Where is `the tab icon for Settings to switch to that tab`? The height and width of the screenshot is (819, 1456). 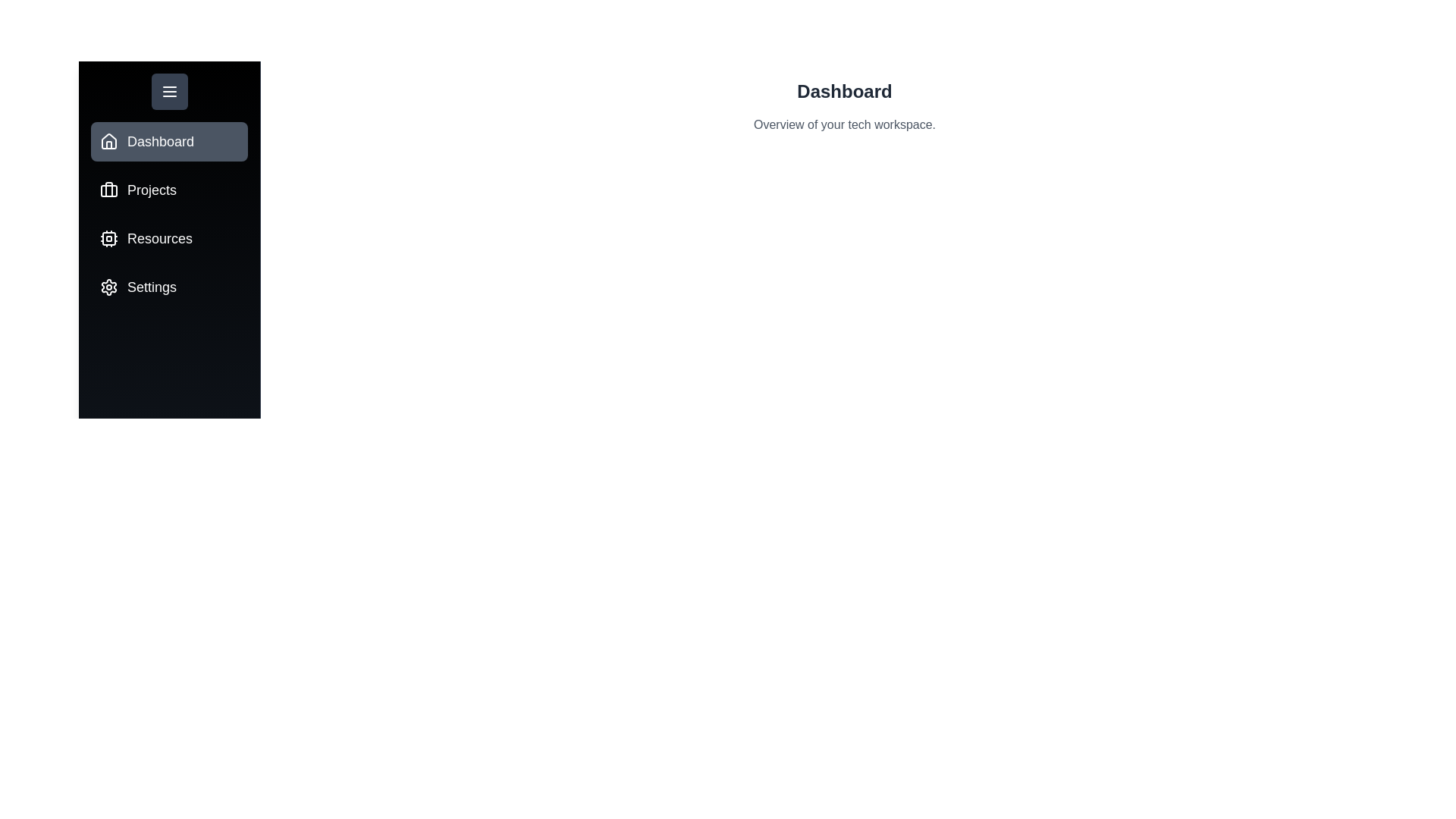 the tab icon for Settings to switch to that tab is located at coordinates (108, 287).